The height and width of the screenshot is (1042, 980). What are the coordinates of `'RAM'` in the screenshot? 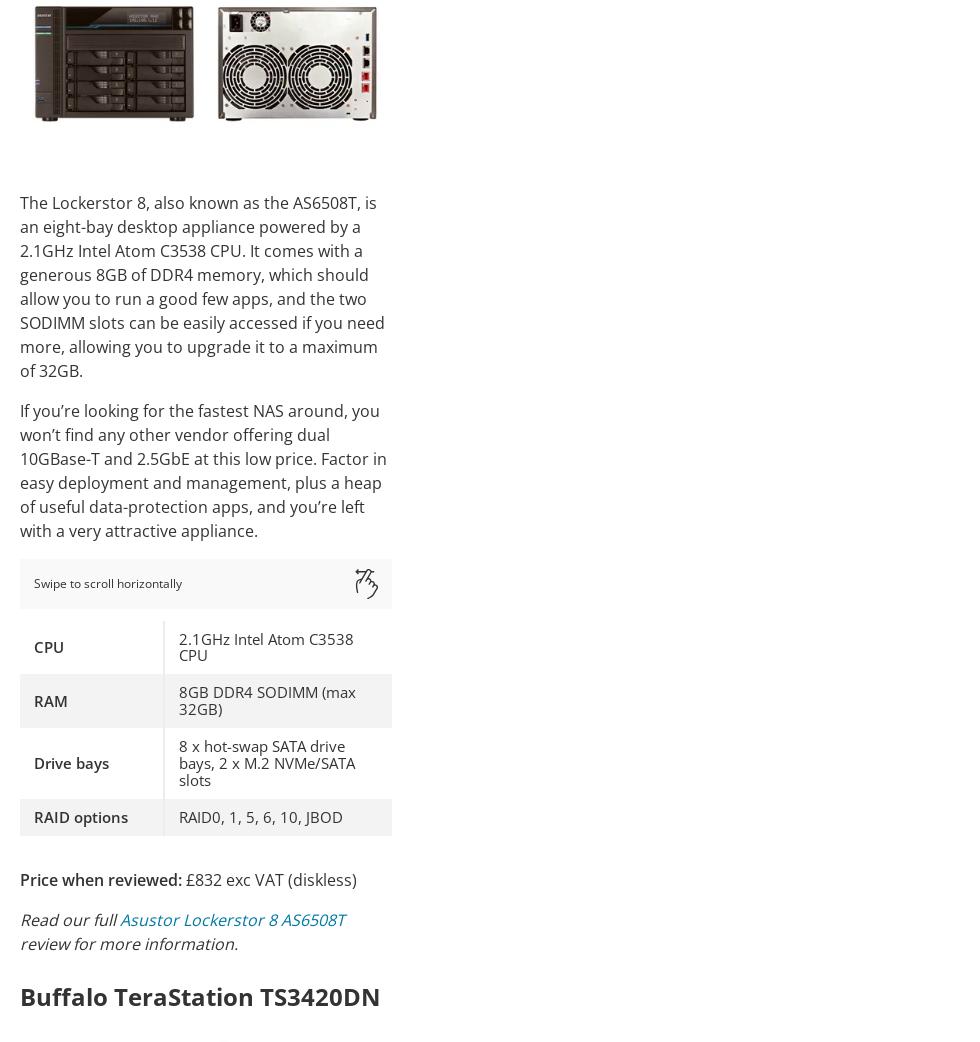 It's located at (50, 699).